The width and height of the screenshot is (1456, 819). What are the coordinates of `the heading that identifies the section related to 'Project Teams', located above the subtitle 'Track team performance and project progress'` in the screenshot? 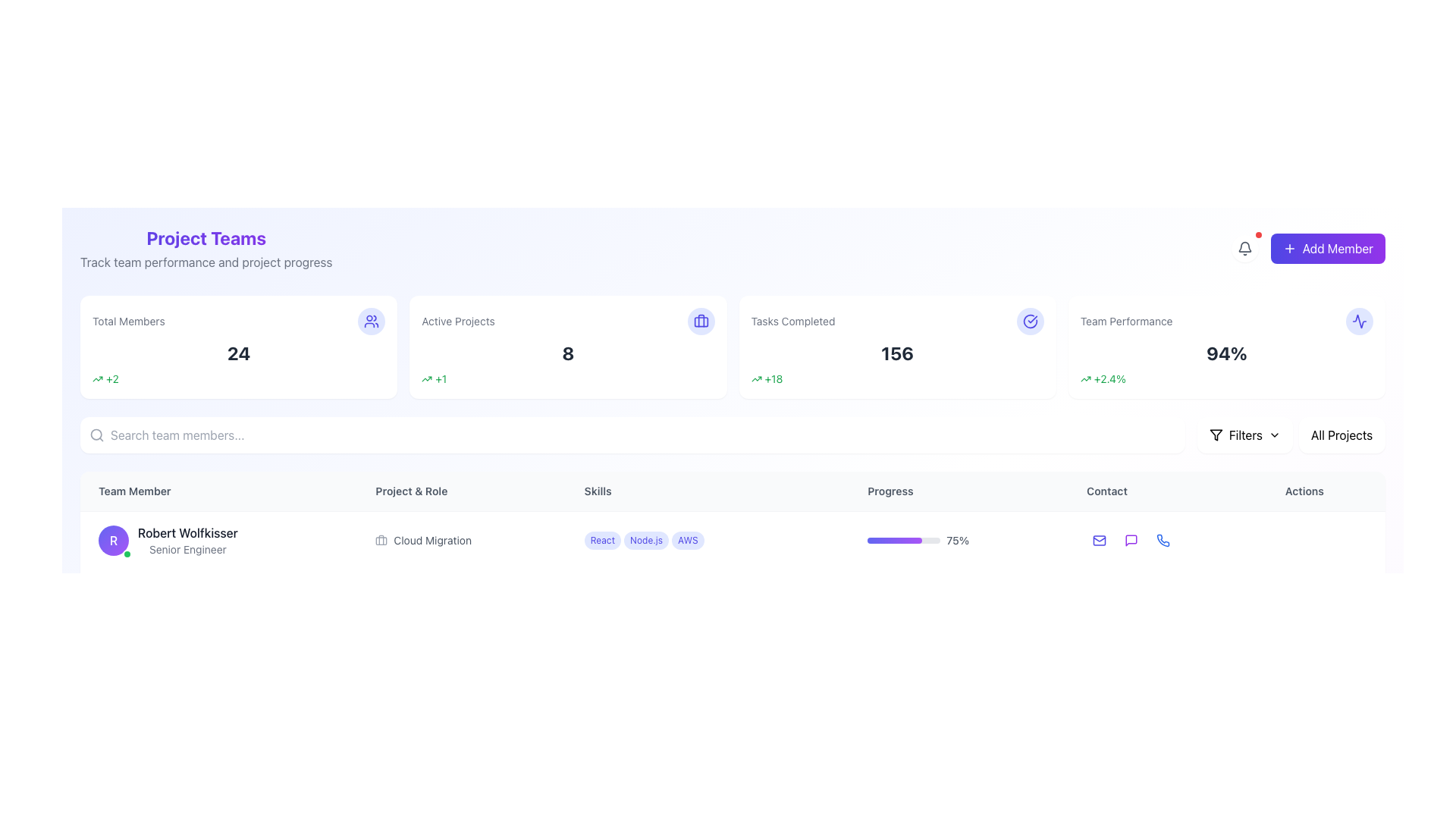 It's located at (206, 237).